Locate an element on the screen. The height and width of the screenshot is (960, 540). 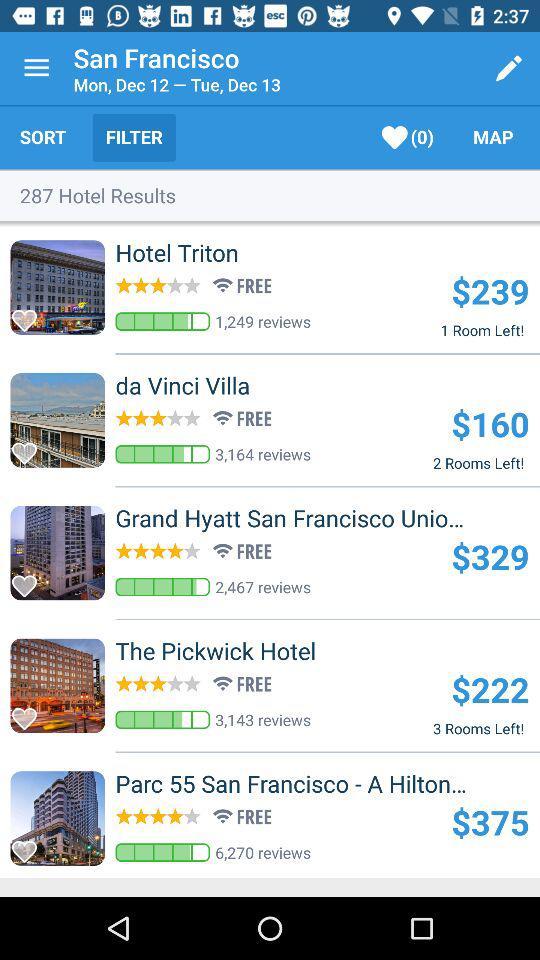
icon to the right of 1,249 reviews is located at coordinates (489, 289).